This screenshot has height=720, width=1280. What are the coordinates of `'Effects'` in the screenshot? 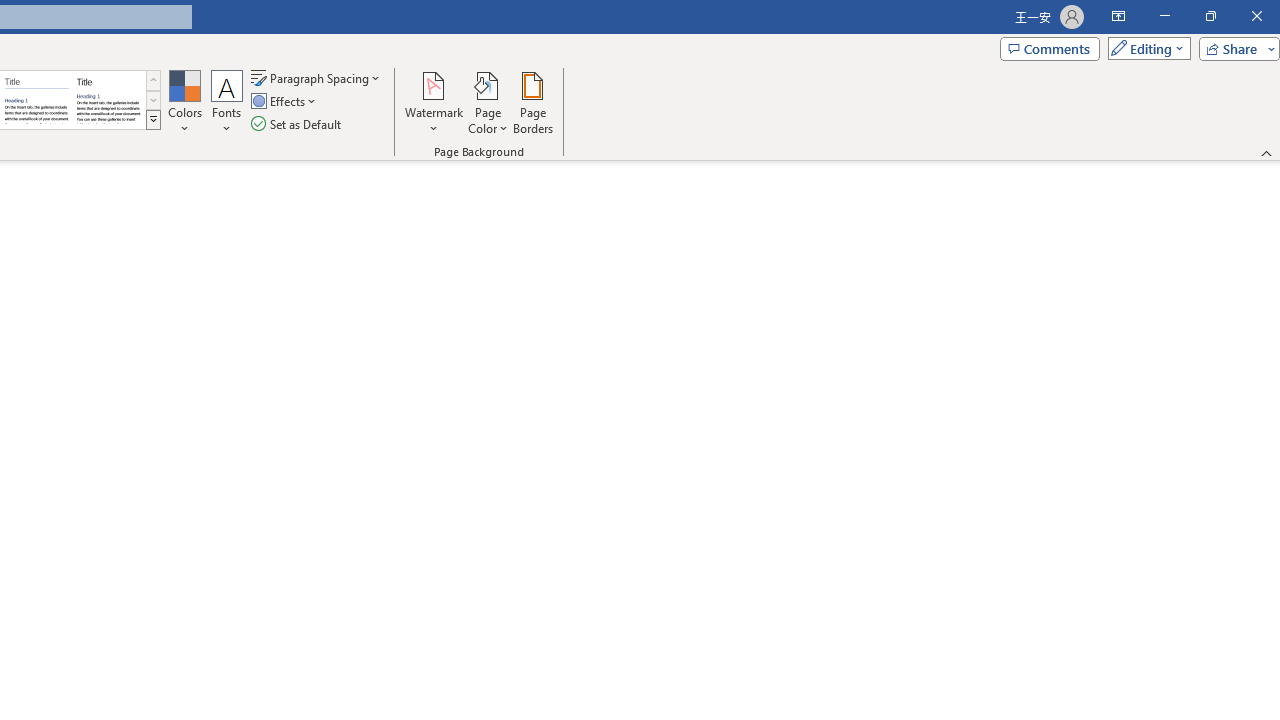 It's located at (284, 101).